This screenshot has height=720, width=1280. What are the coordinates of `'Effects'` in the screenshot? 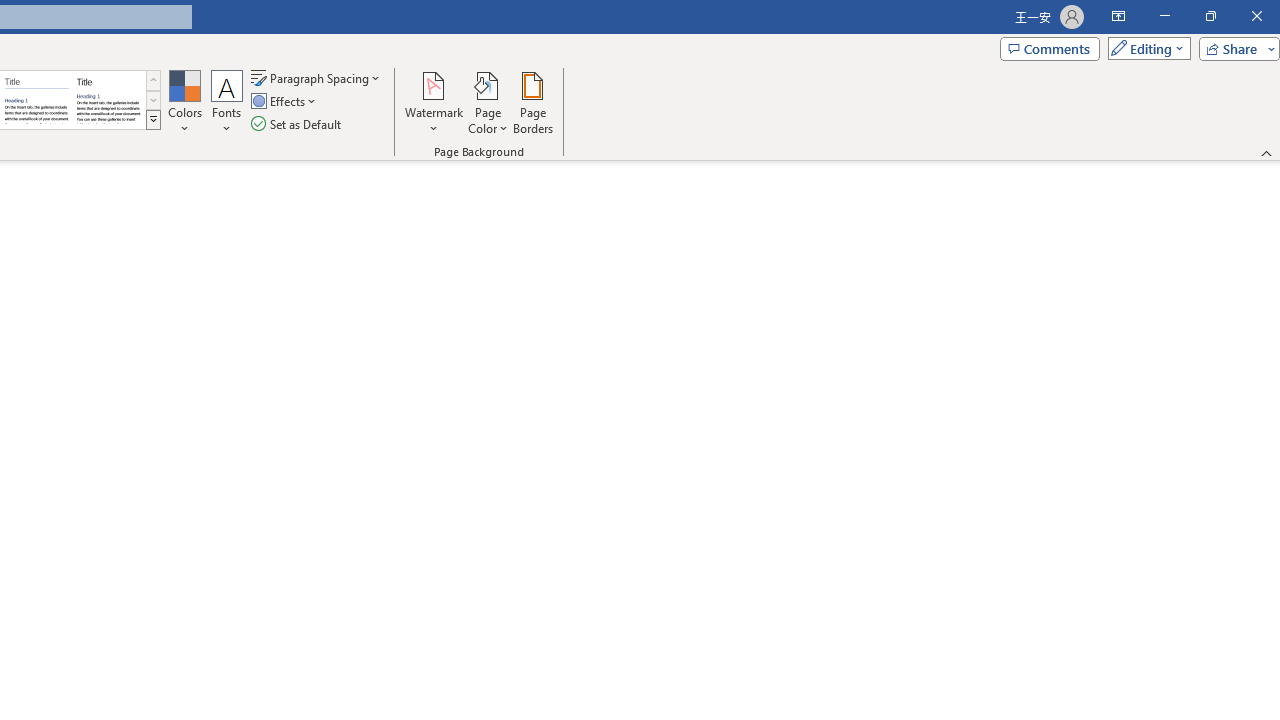 It's located at (284, 101).